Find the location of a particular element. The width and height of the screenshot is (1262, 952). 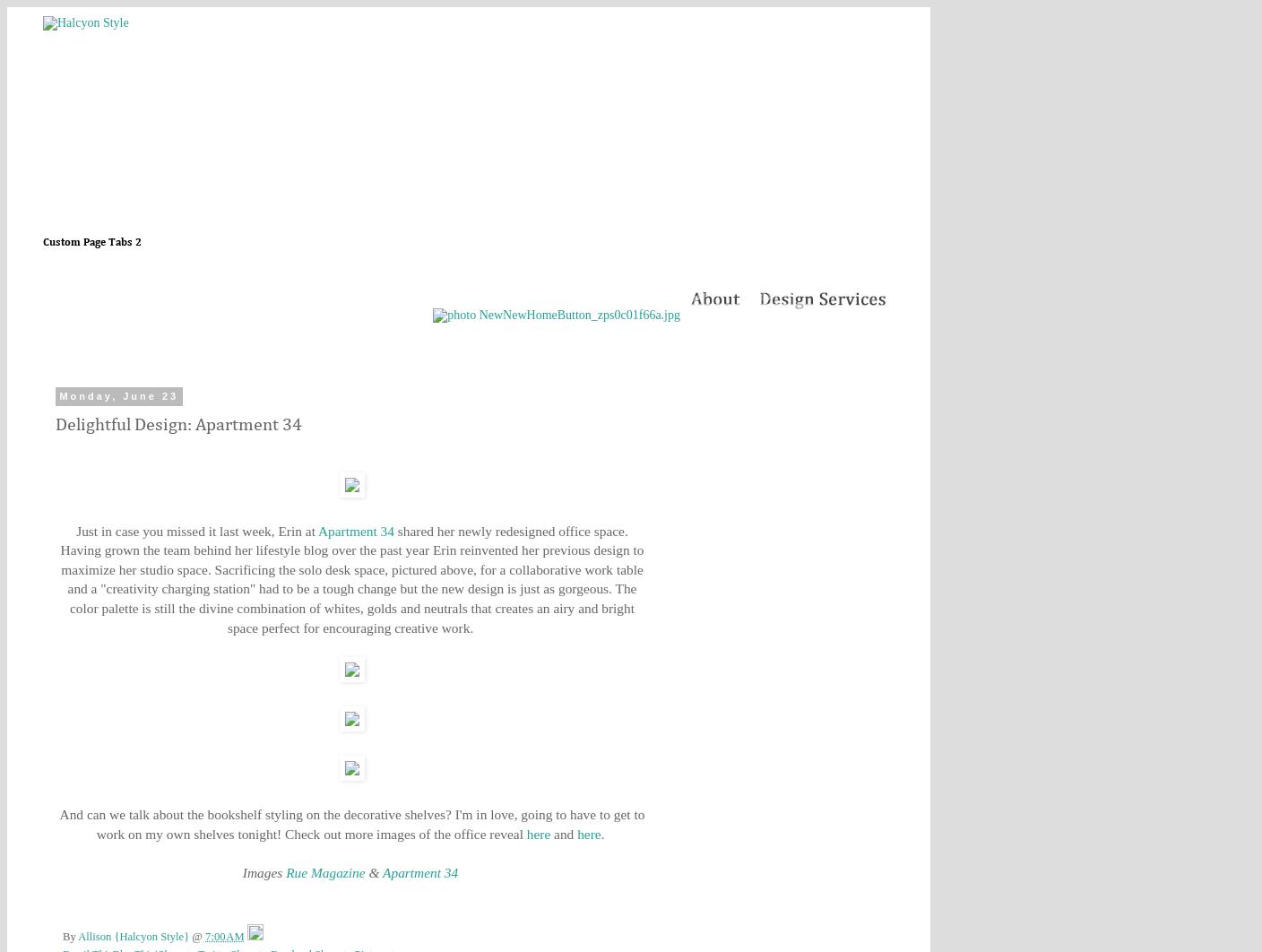

'Delightful Design: Apartment 34' is located at coordinates (177, 423).